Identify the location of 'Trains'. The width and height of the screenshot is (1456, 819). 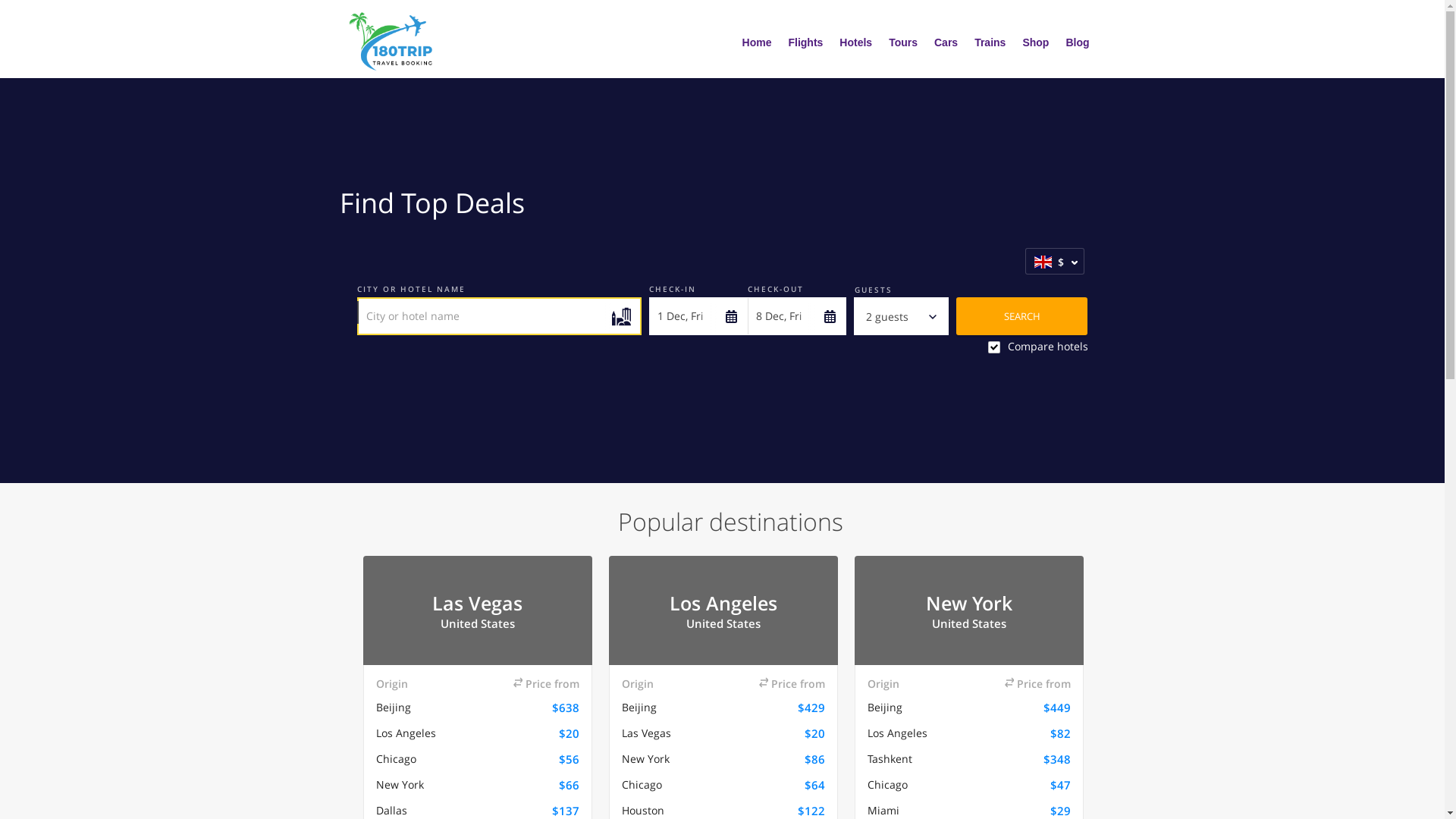
(990, 42).